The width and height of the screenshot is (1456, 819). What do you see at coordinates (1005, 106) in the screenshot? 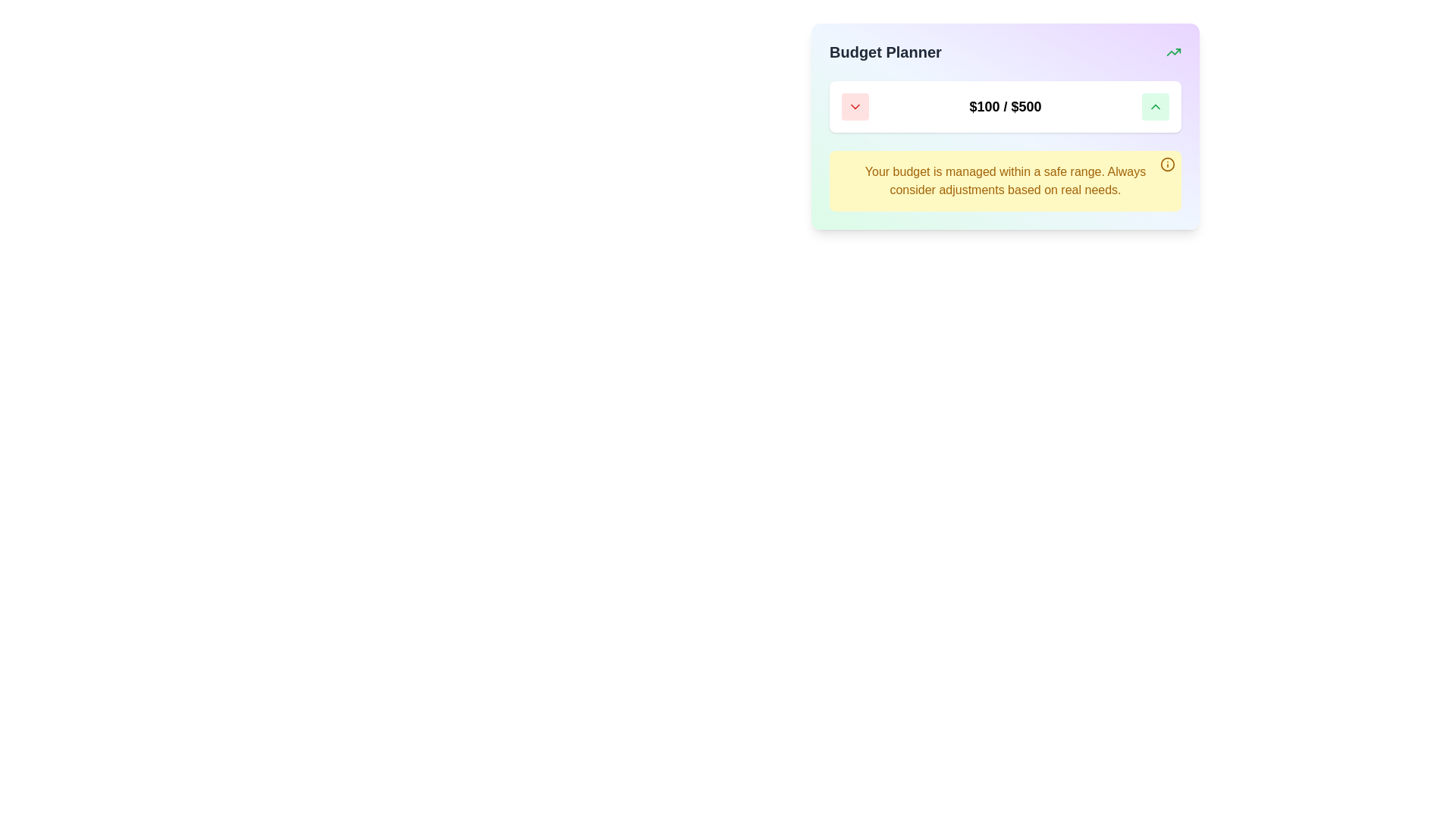
I see `the text display showing monetary amounts '$100' and '$500' in bold font, centrally aligned within the 'Budget Planner' box` at bounding box center [1005, 106].